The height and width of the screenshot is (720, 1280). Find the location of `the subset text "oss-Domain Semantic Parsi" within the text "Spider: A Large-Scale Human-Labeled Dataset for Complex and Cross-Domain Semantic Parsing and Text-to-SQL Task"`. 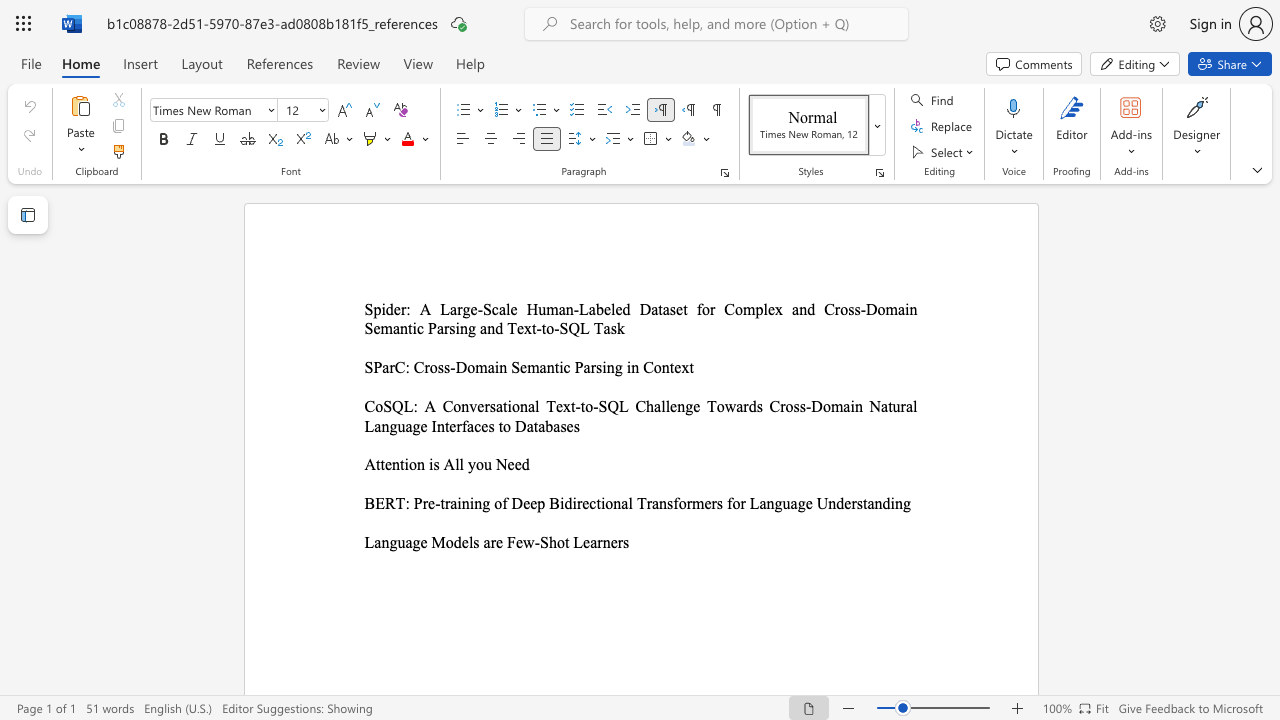

the subset text "oss-Domain Semantic Parsi" within the text "Spider: A Large-Scale Human-Labeled Dataset for Complex and Cross-Domain Semantic Parsing and Text-to-SQL Task" is located at coordinates (840, 309).